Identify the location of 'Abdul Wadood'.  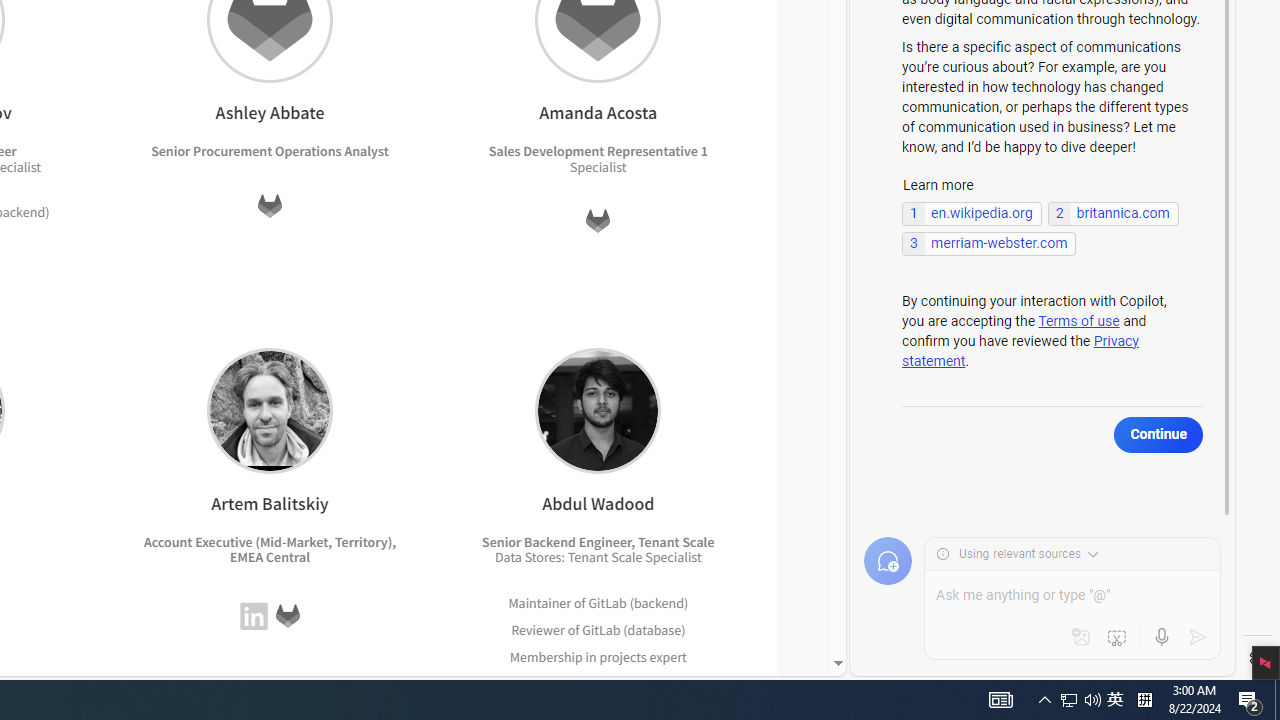
(597, 409).